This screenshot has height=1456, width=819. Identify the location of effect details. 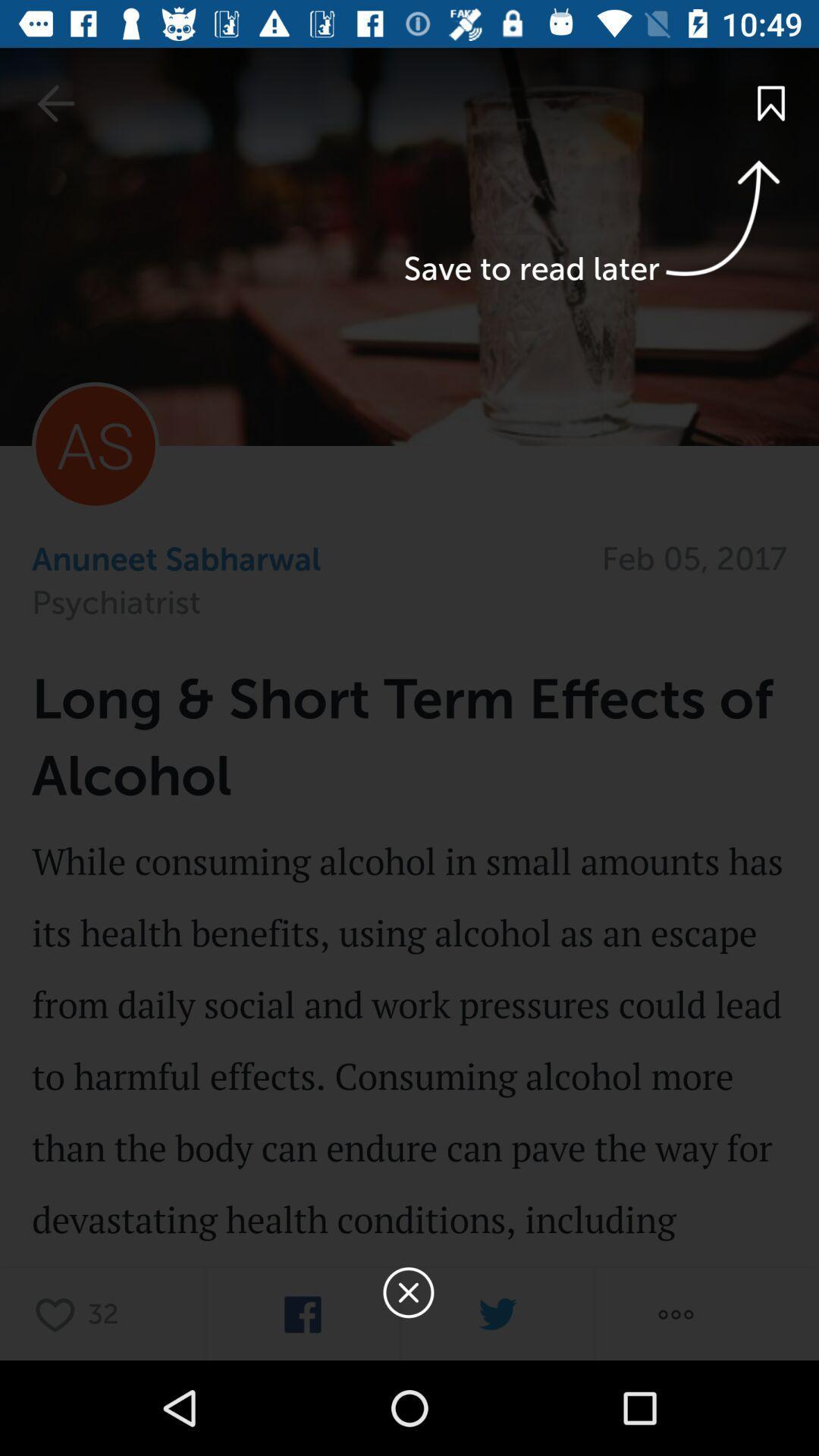
(409, 1094).